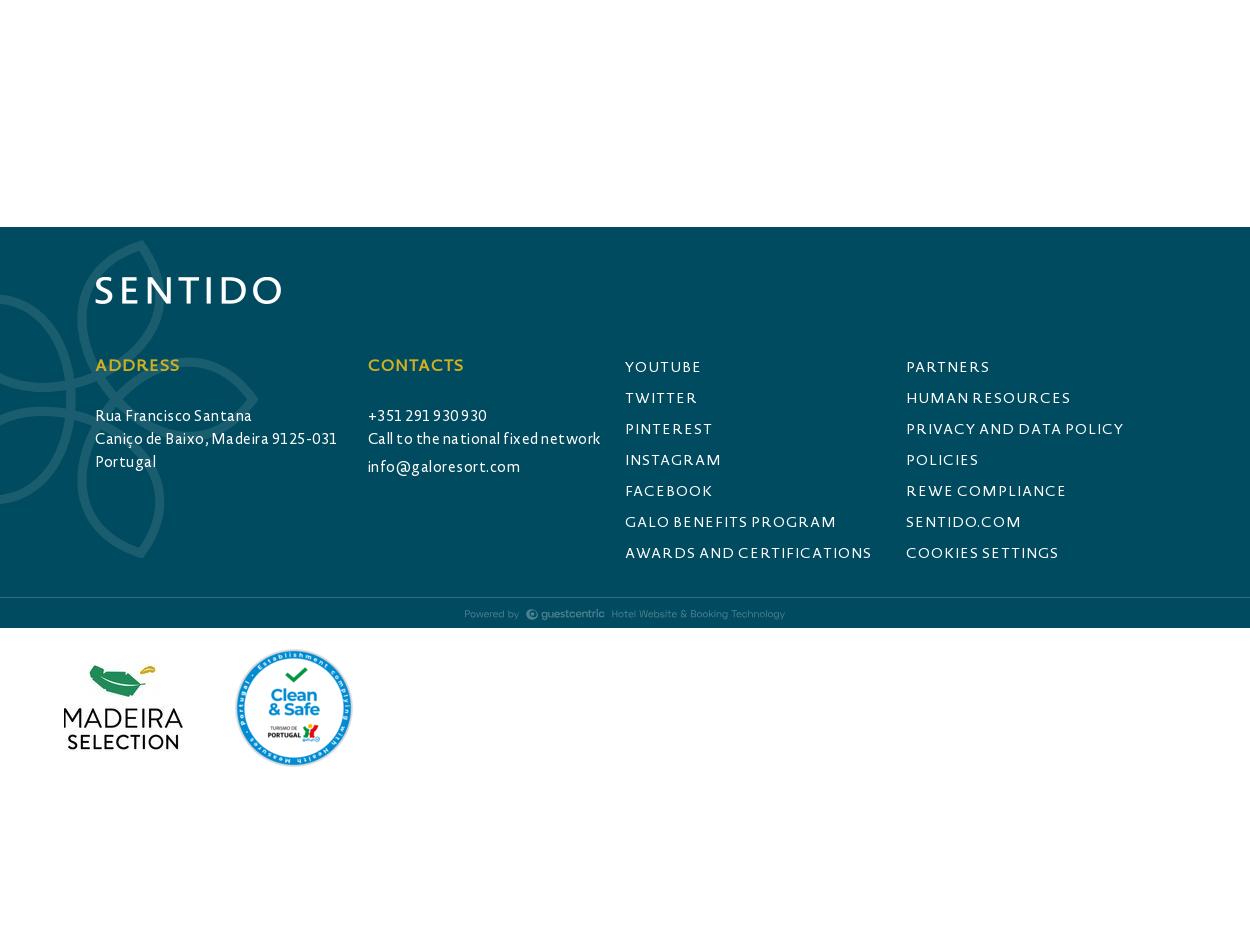  Describe the element at coordinates (94, 365) in the screenshot. I see `'Address'` at that location.